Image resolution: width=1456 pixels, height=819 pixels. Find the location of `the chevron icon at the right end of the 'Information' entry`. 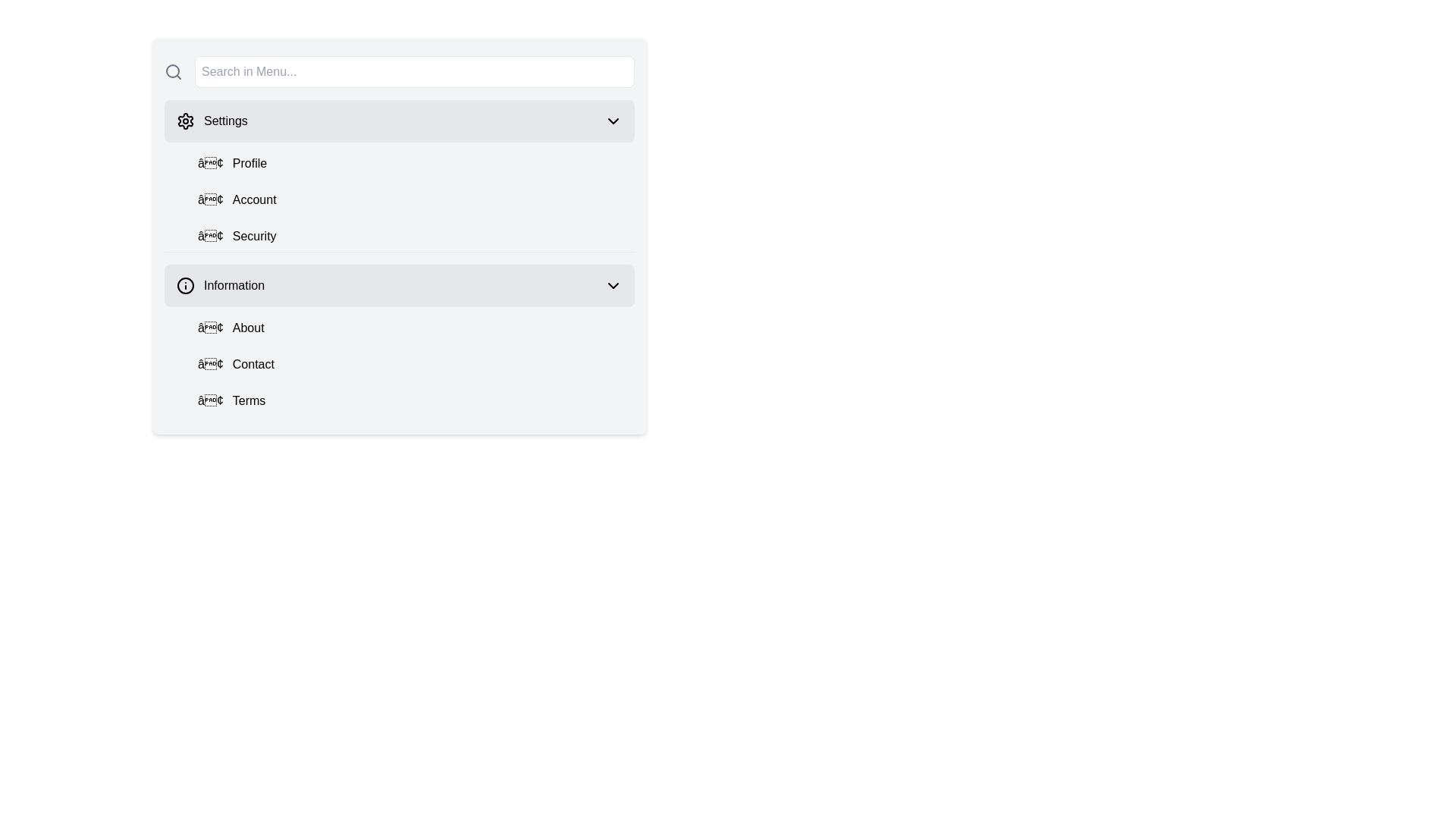

the chevron icon at the right end of the 'Information' entry is located at coordinates (613, 286).